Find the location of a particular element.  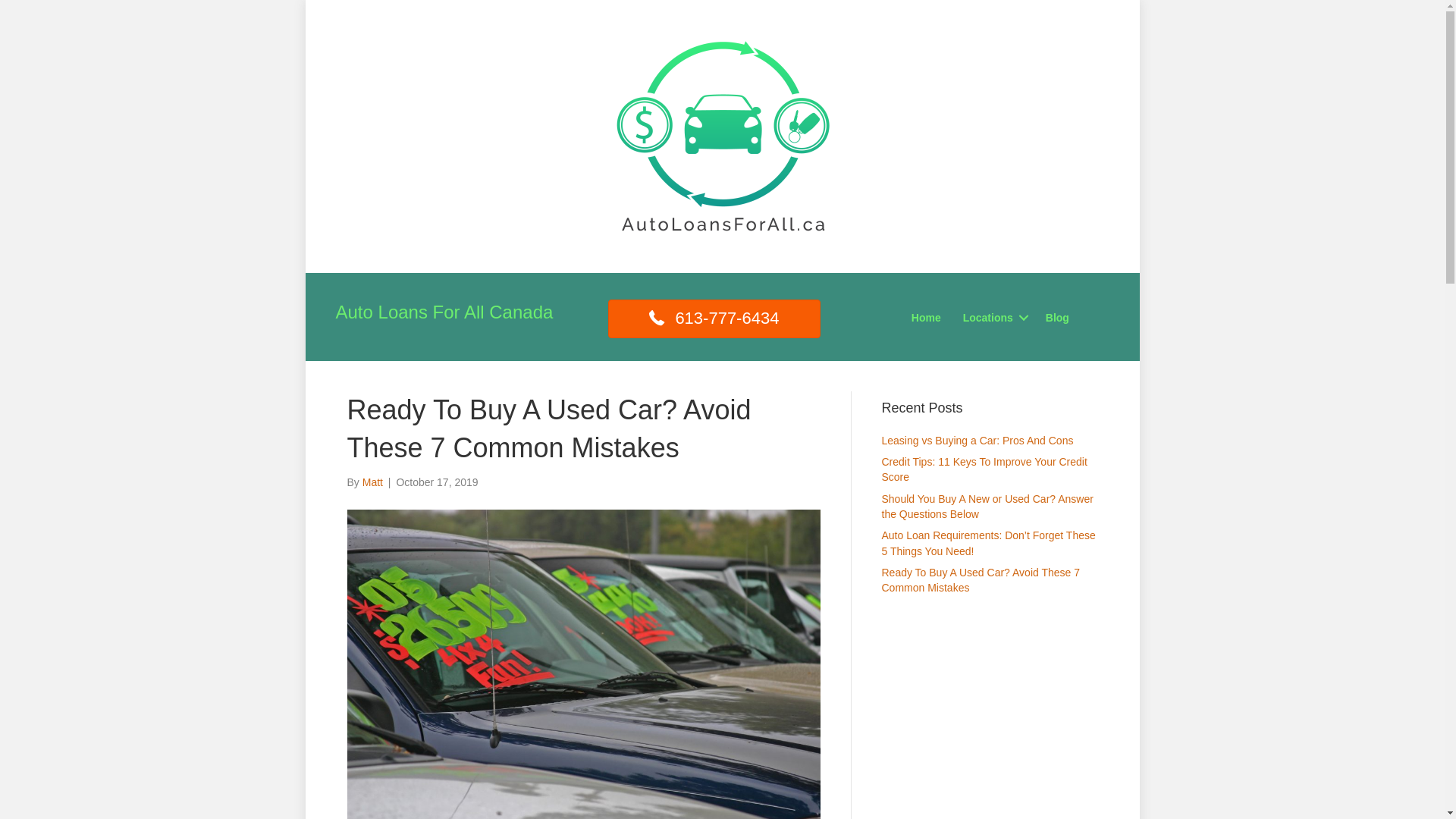

'Should You Buy A New or Used Car? Answer the Questions Below' is located at coordinates (987, 506).